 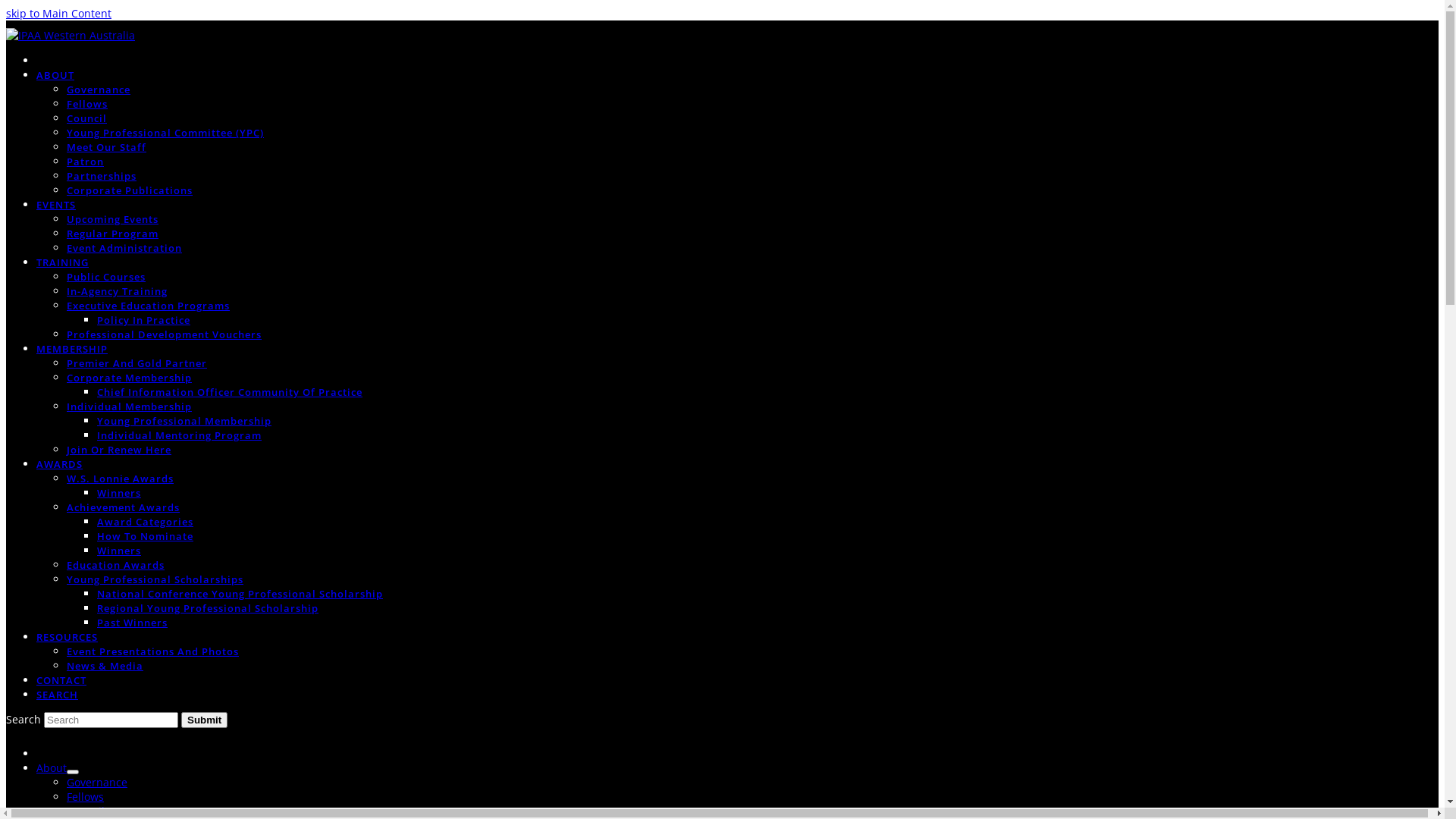 What do you see at coordinates (86, 117) in the screenshot?
I see `'Council'` at bounding box center [86, 117].